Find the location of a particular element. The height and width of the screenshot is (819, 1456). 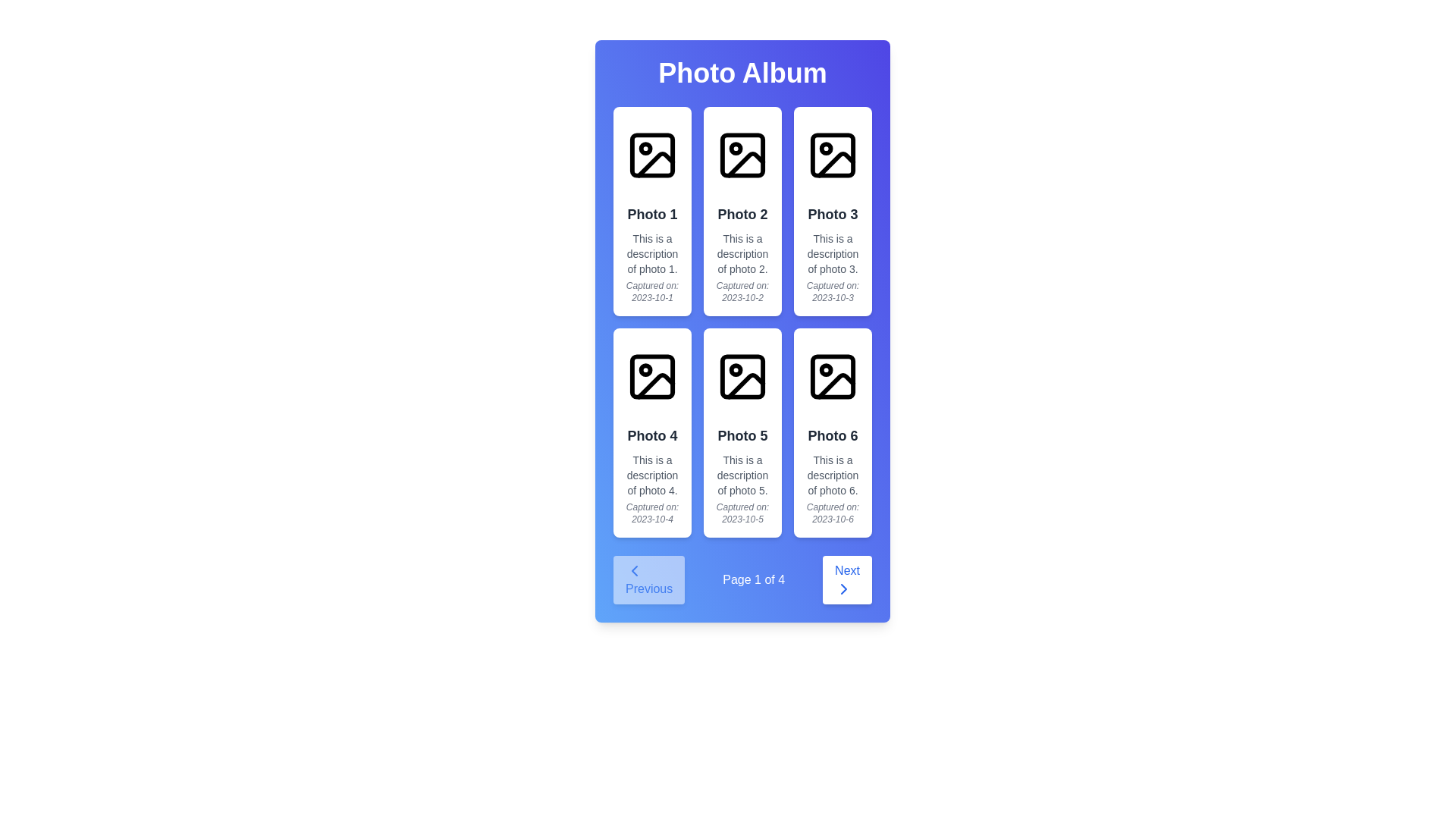

the small circular shape located on the top-left portion of the Photo 4 card in the Photo Album grid layout is located at coordinates (645, 370).